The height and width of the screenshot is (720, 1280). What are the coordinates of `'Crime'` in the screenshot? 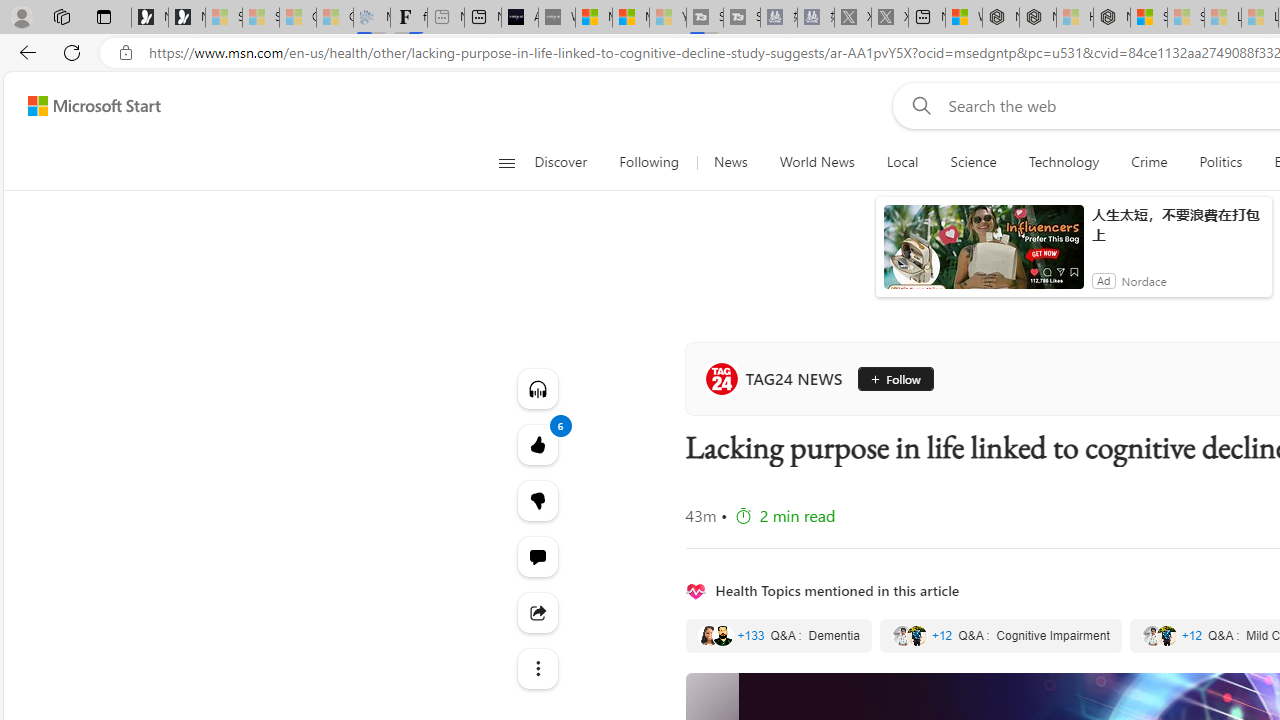 It's located at (1149, 162).